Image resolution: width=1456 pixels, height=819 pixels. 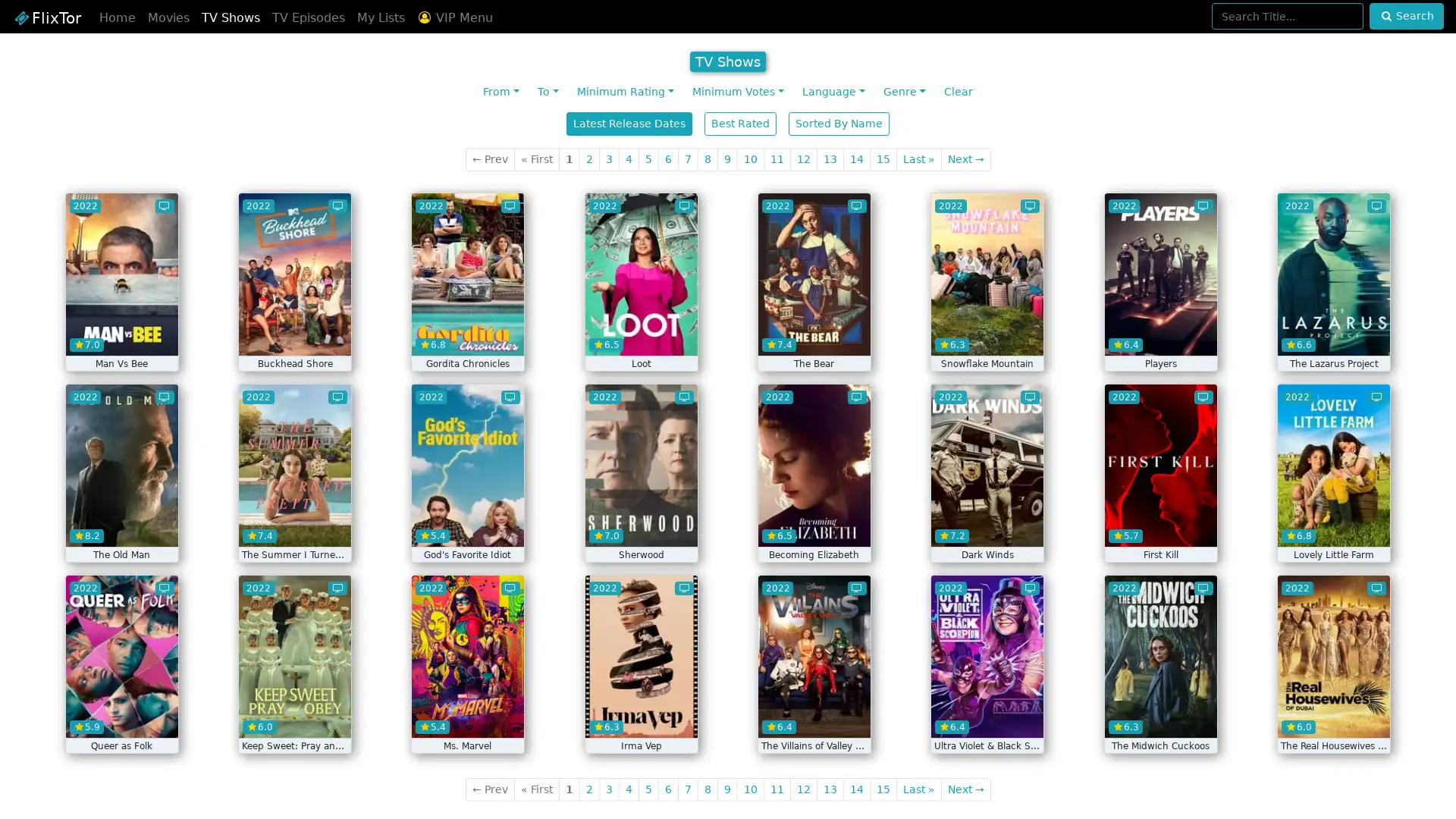 What do you see at coordinates (120, 332) in the screenshot?
I see `Watch Now` at bounding box center [120, 332].